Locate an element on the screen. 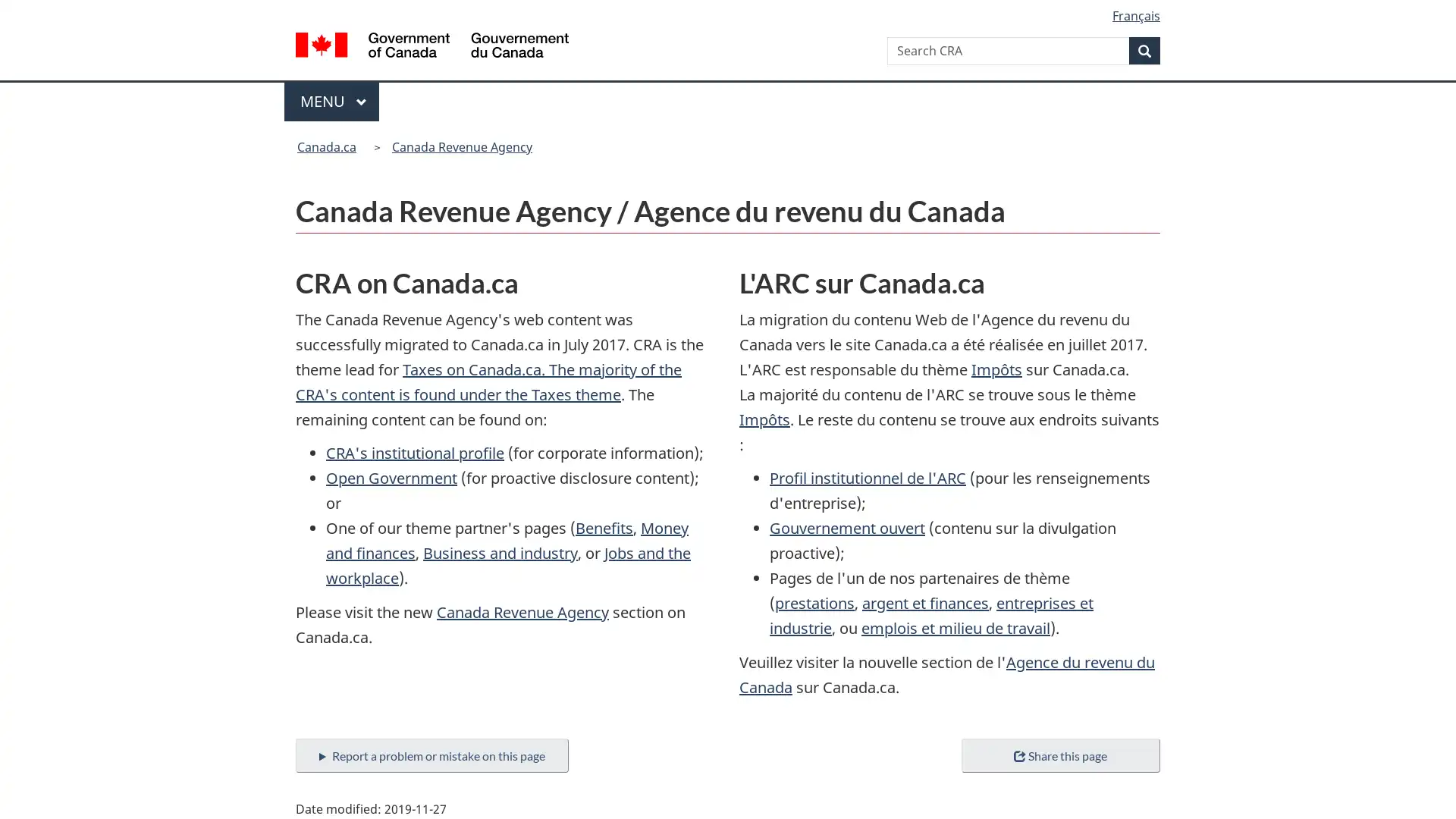  Search is located at coordinates (1144, 49).